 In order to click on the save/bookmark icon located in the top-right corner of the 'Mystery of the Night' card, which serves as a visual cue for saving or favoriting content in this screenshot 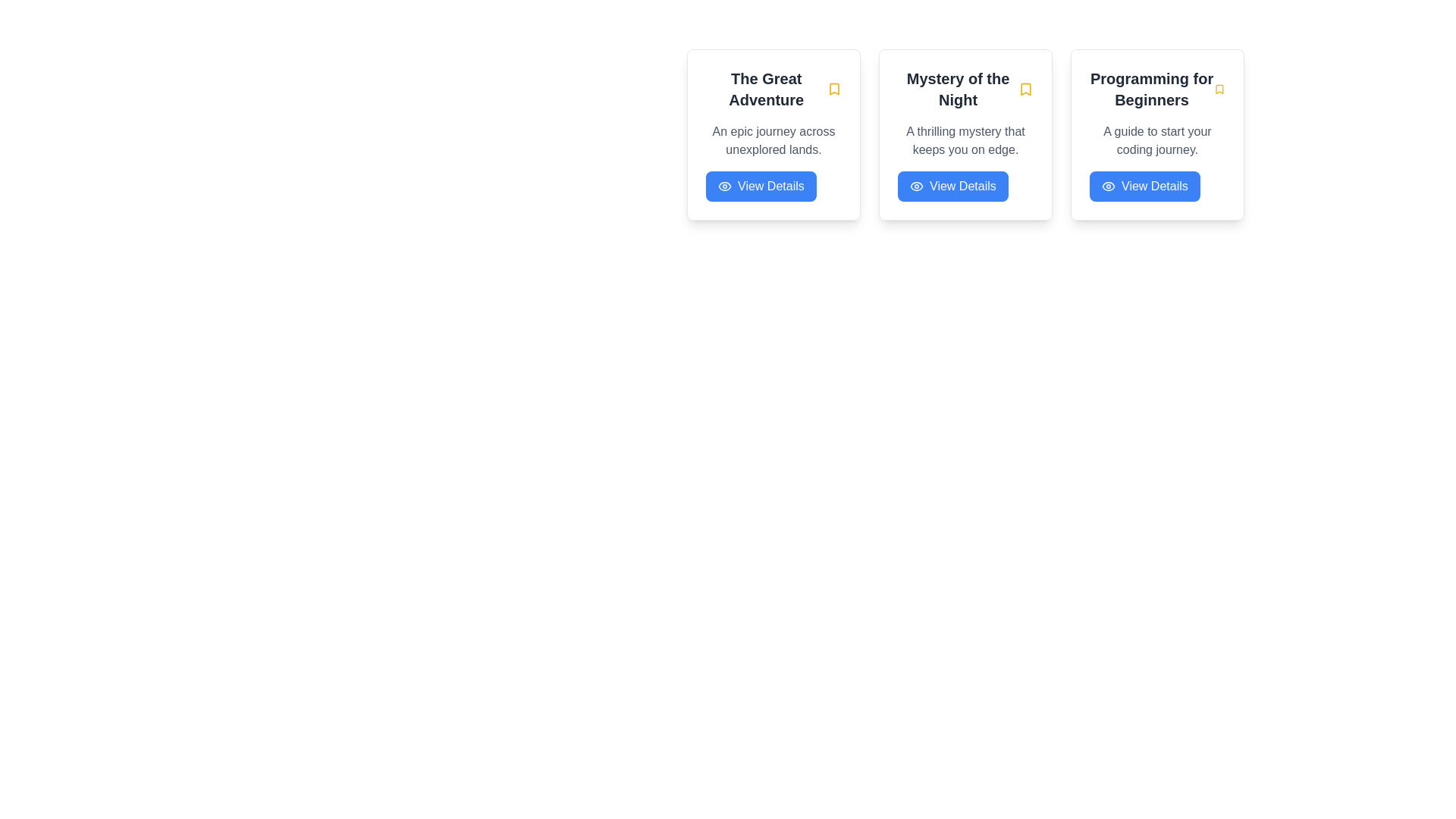, I will do `click(1026, 89)`.